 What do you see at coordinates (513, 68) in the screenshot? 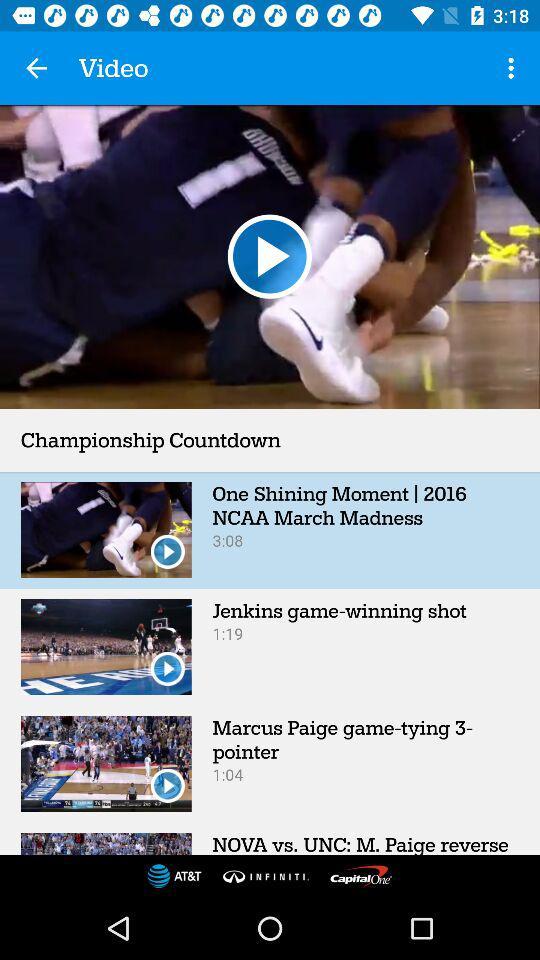
I see `app next to the video app` at bounding box center [513, 68].